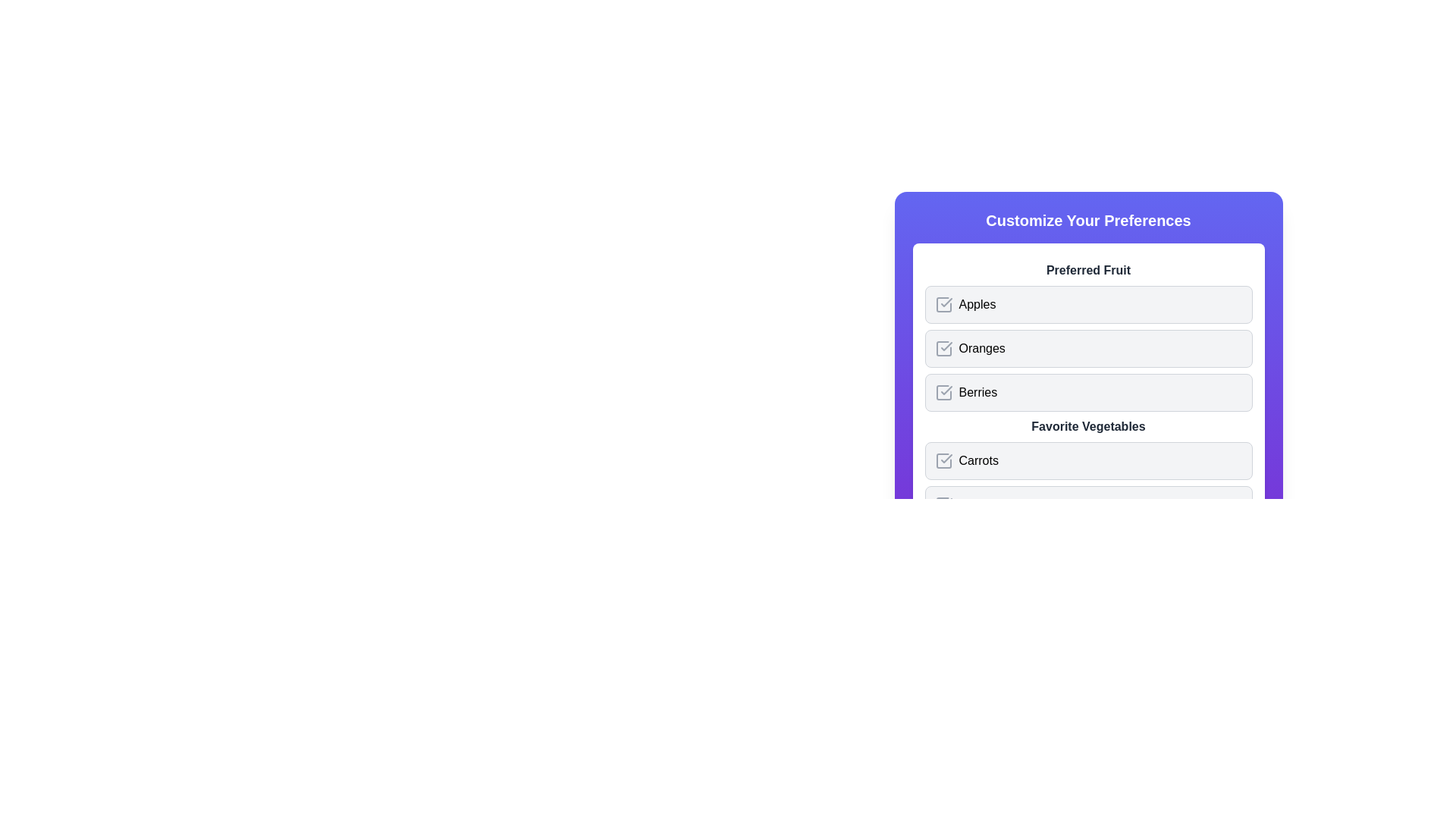 This screenshot has width=1456, height=819. I want to click on the tick icon located in the checkbox area next to the 'Carrots' label in the 'Favorite Vegetables' category, so click(946, 458).